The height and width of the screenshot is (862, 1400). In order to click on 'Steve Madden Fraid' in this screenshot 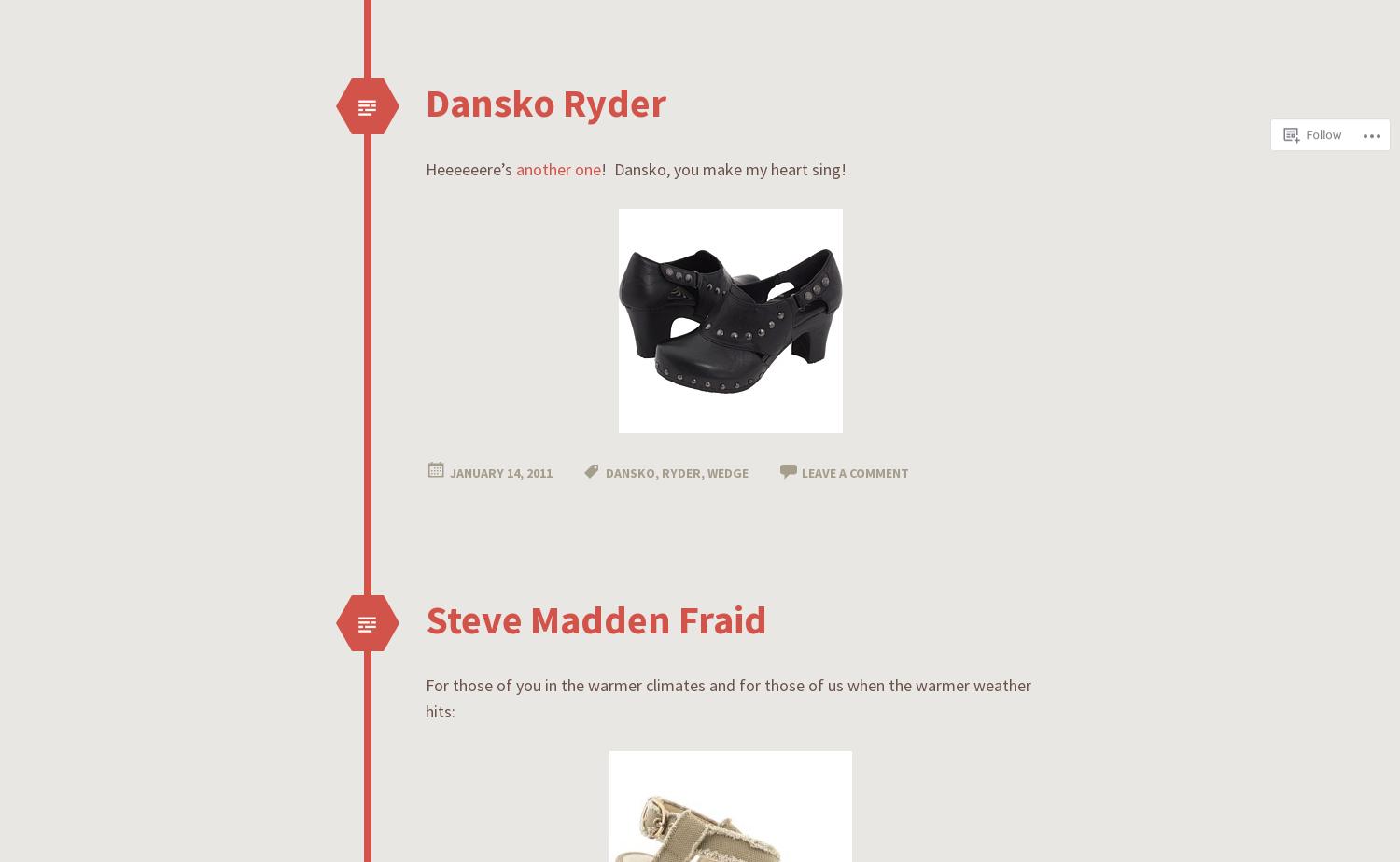, I will do `click(596, 618)`.